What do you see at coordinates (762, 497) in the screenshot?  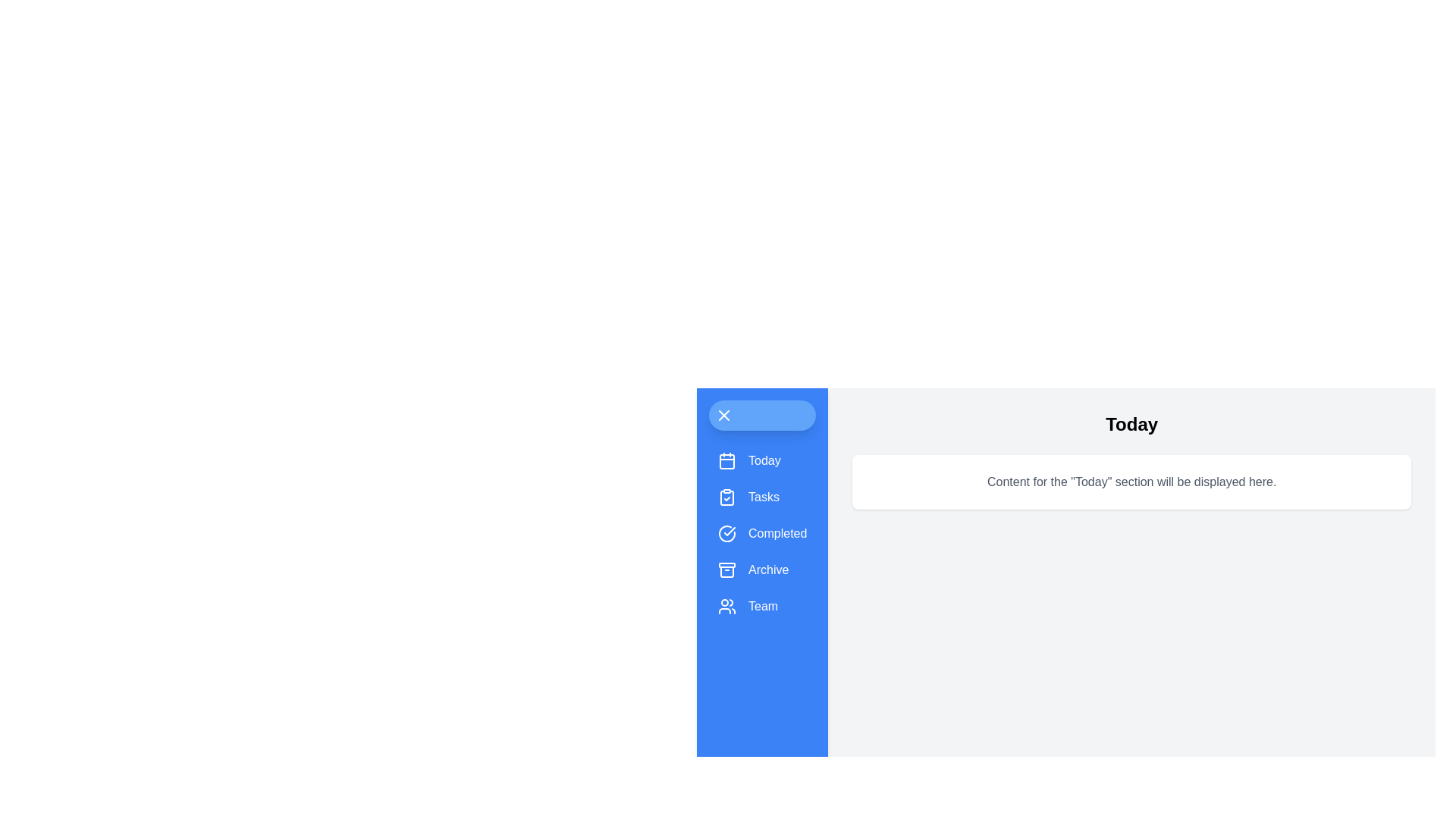 I see `the tab labeled Tasks from the side menu` at bounding box center [762, 497].